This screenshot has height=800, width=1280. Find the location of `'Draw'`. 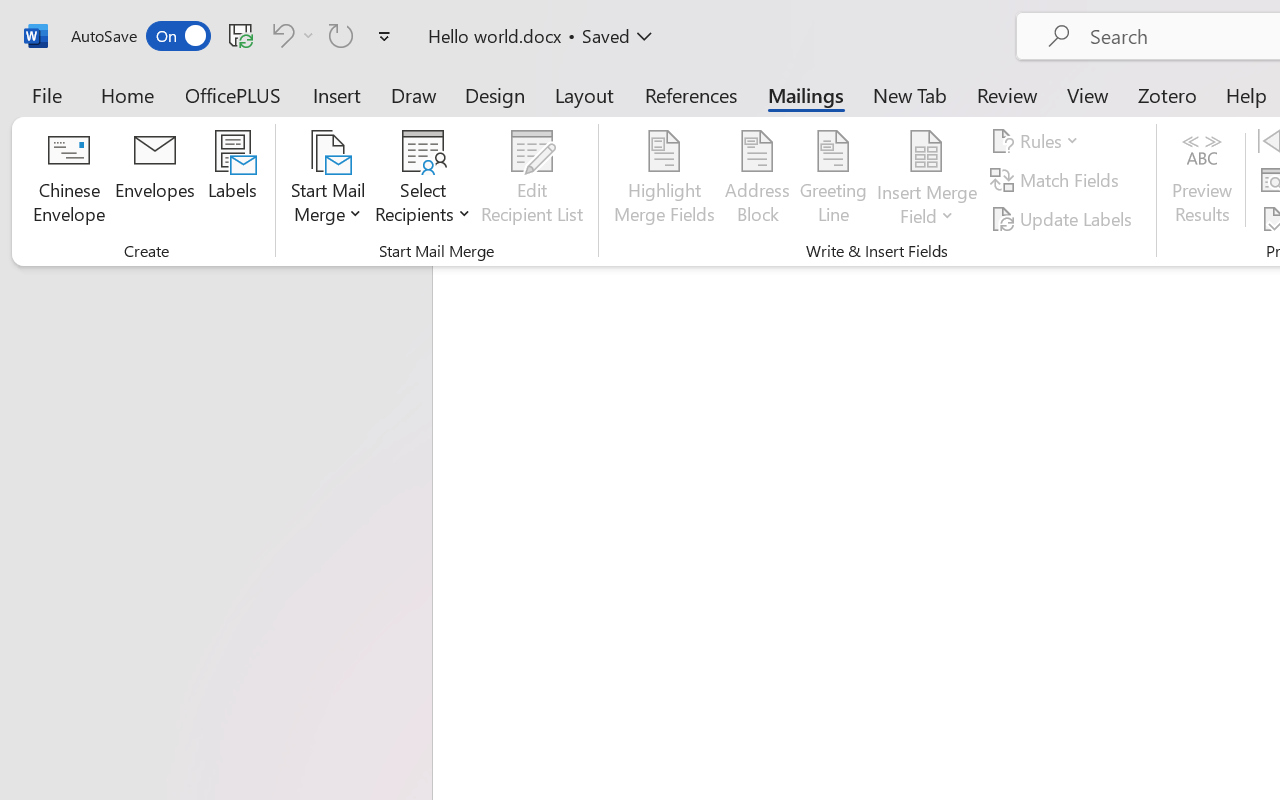

'Draw' is located at coordinates (413, 94).